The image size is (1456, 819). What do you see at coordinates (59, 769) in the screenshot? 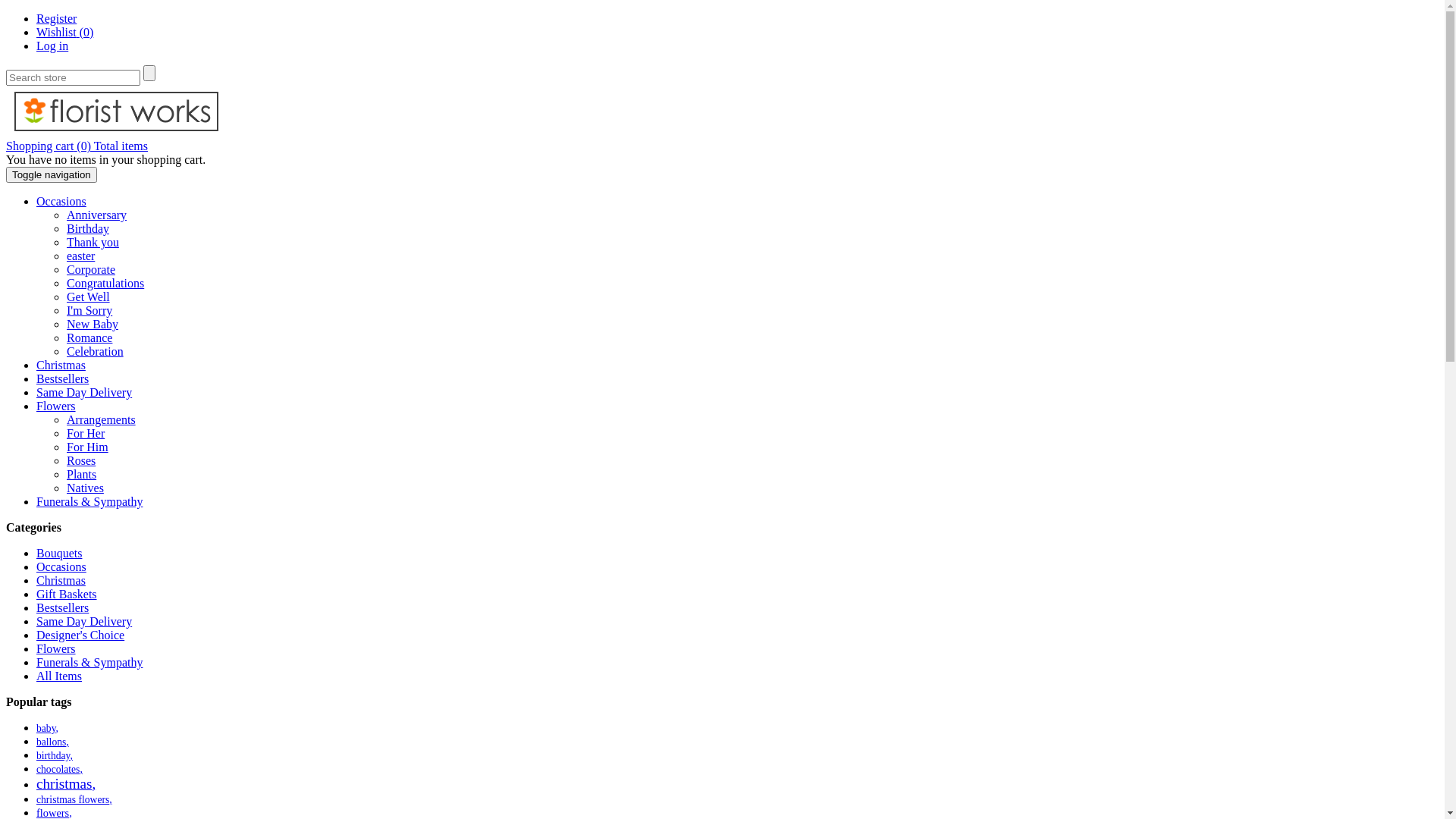
I see `'chocolates,'` at bounding box center [59, 769].